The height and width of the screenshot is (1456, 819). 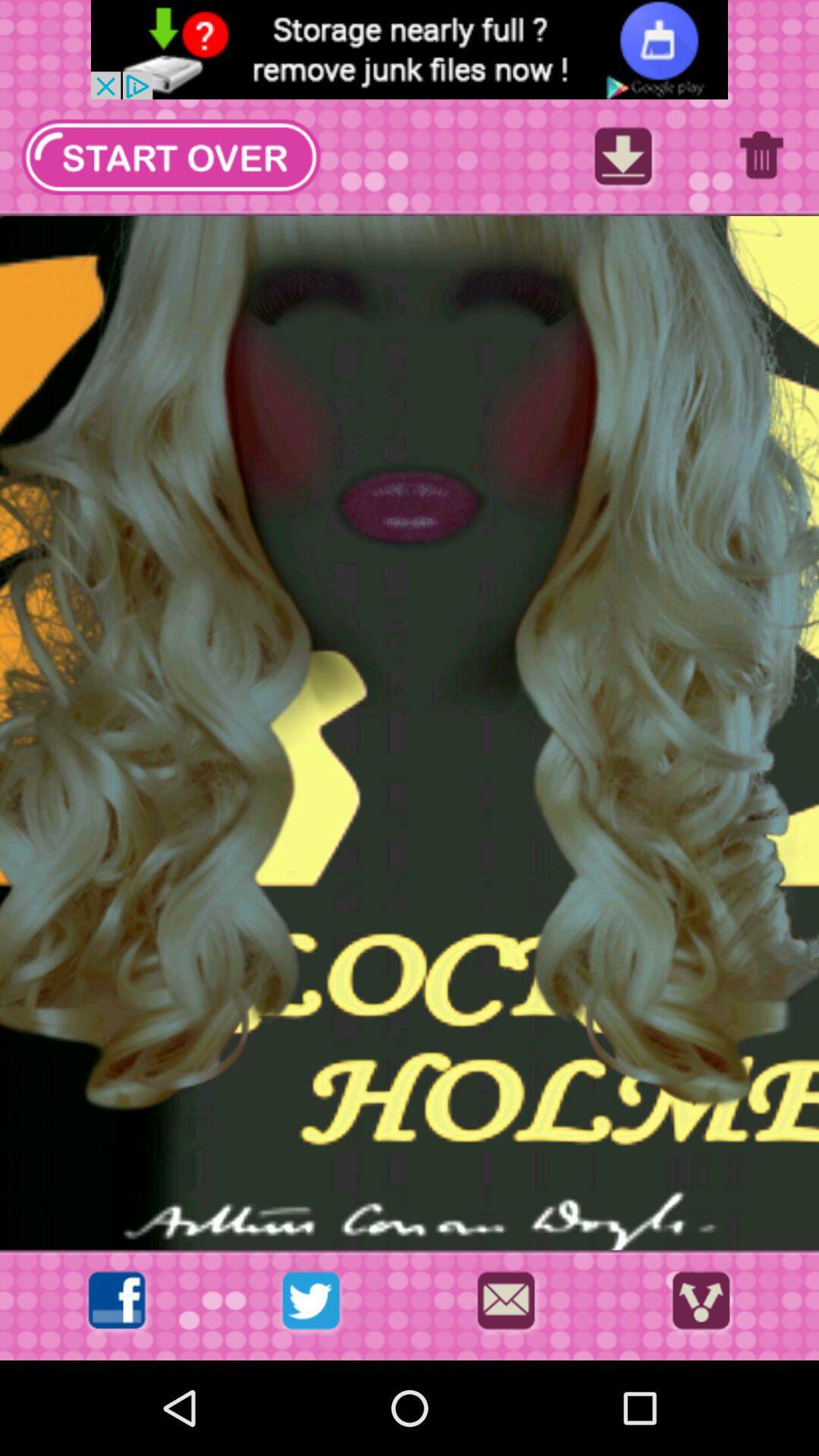 I want to click on twitter icon, so click(x=310, y=1304).